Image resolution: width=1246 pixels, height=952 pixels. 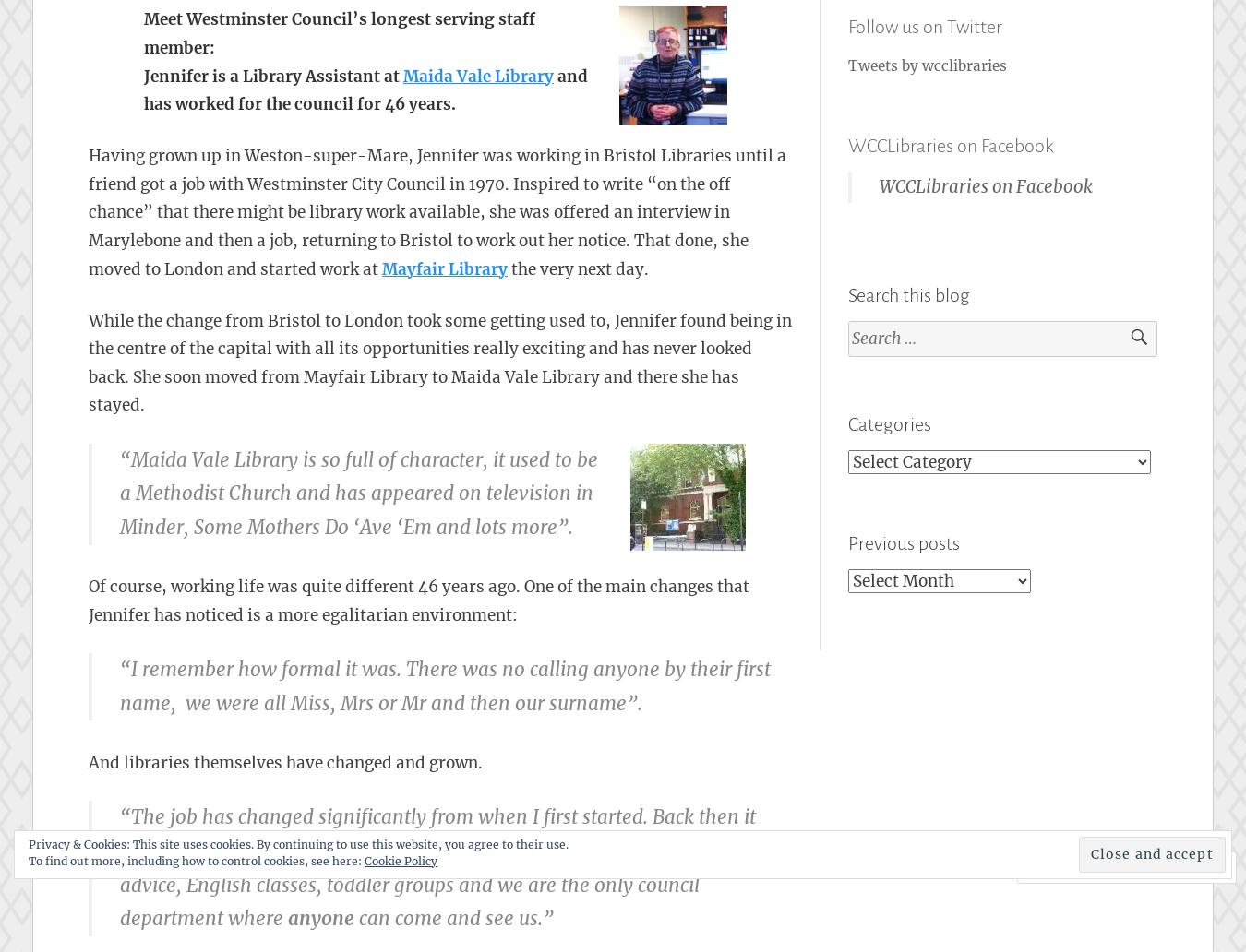 I want to click on '“The job has changed significantly from when I first started. Back then it was just books. Now we are a one-stop shop, social centre, we offer pension advice, English classes, toddler groups and we are the only council department where', so click(x=451, y=866).